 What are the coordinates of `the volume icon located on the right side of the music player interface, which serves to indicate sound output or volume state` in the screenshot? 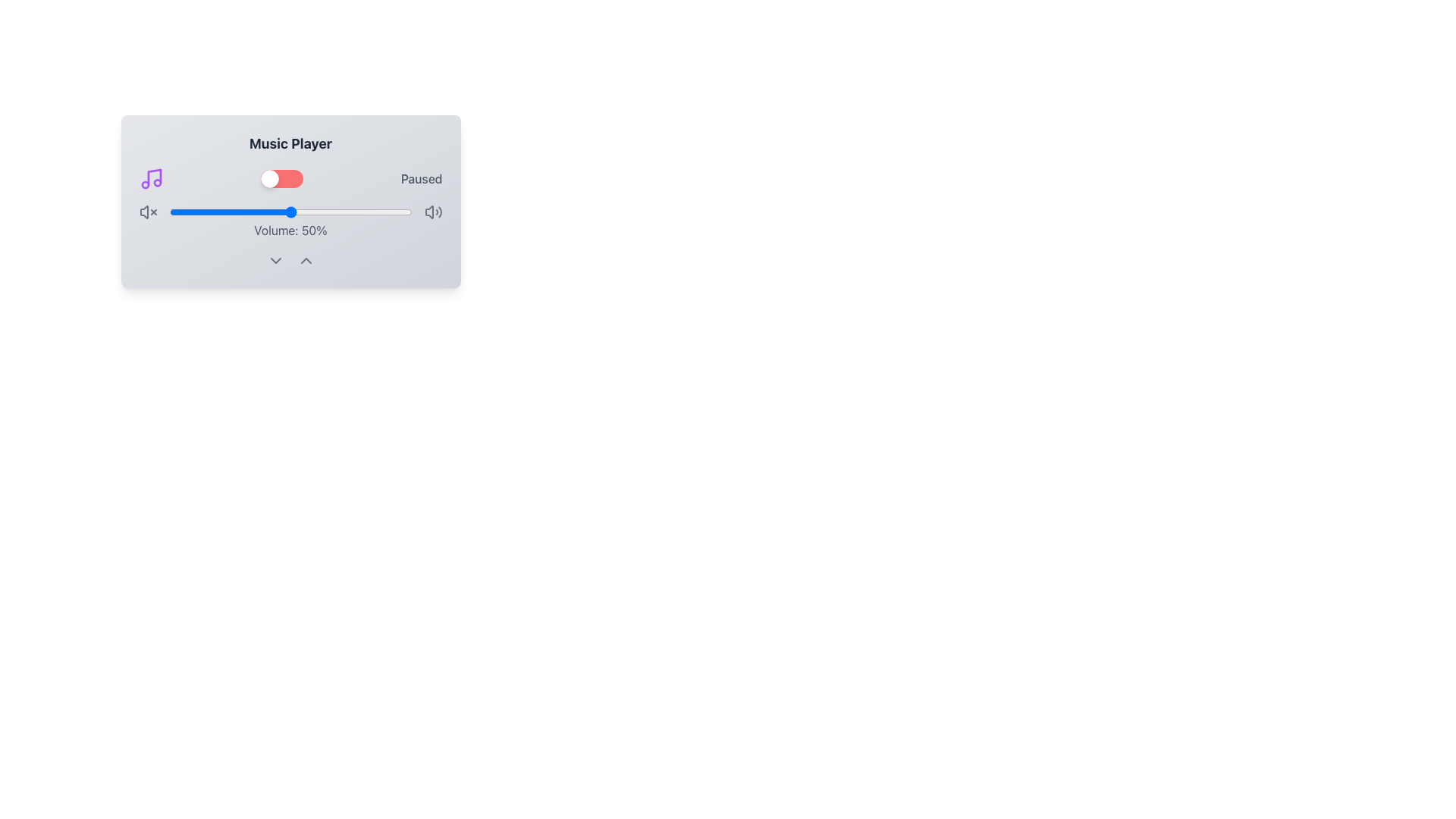 It's located at (428, 212).